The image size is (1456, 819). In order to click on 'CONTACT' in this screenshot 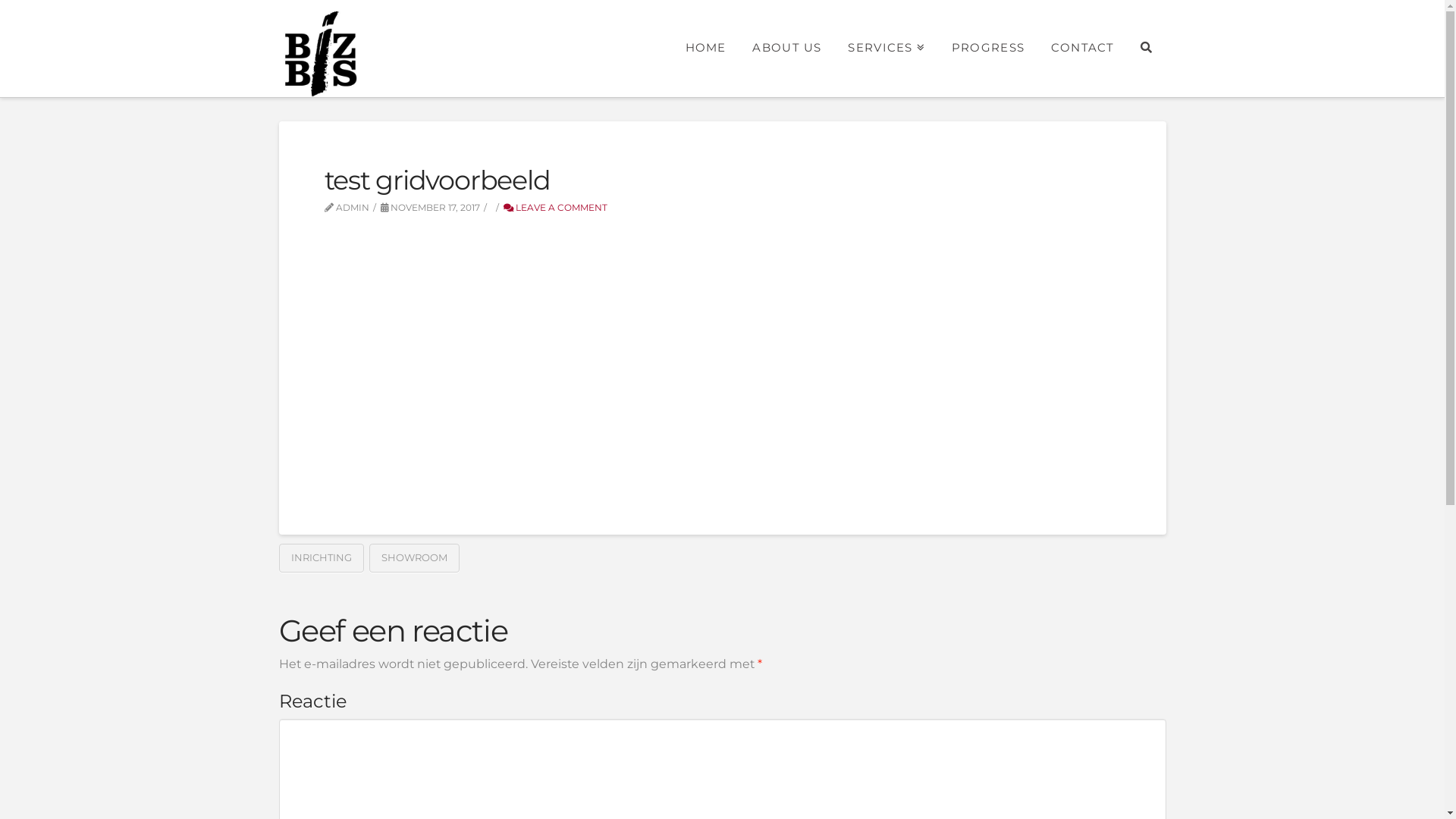, I will do `click(1081, 45)`.